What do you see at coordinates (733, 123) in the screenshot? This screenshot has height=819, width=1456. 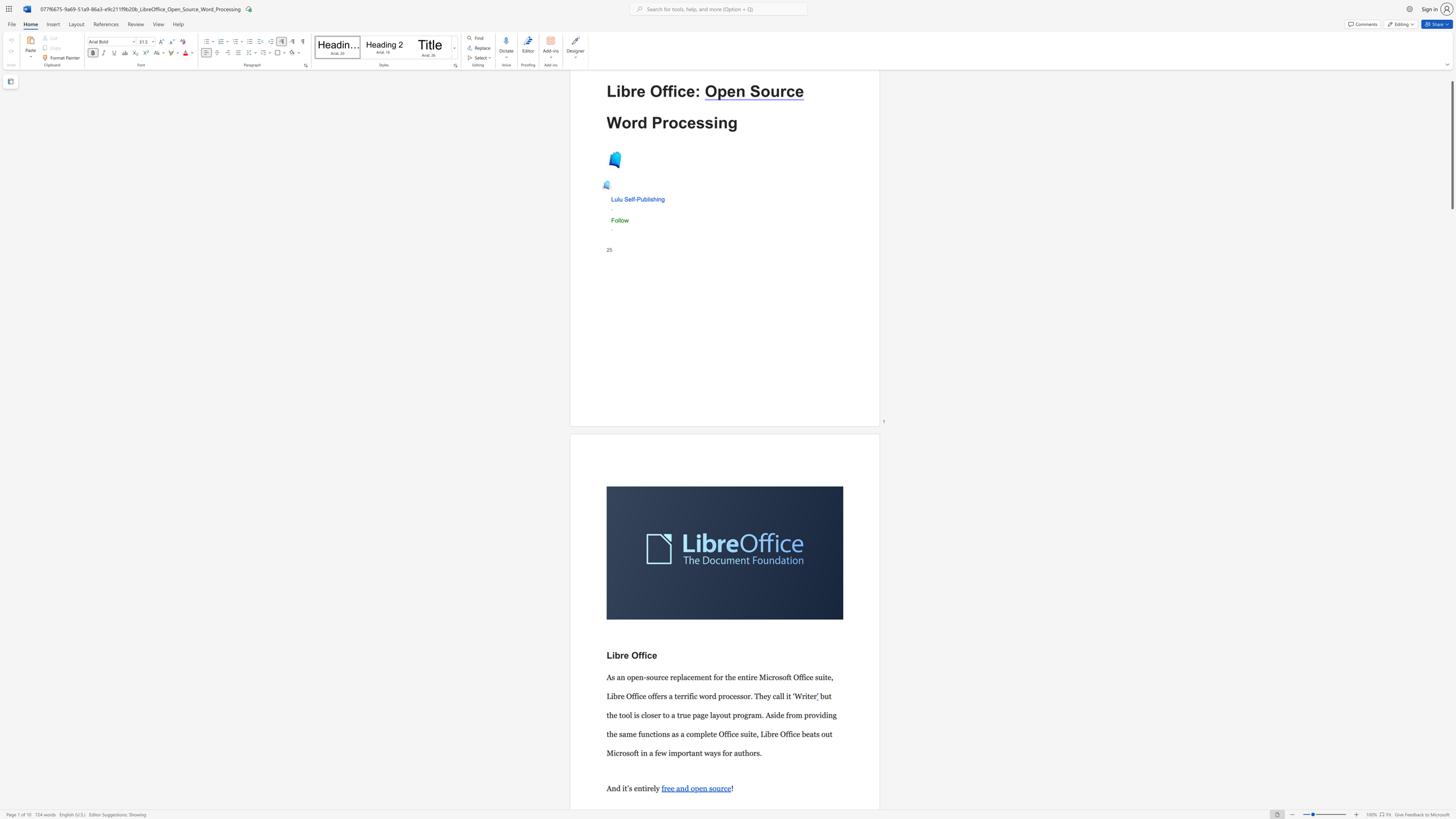 I see `the 1th character "g" in the text` at bounding box center [733, 123].